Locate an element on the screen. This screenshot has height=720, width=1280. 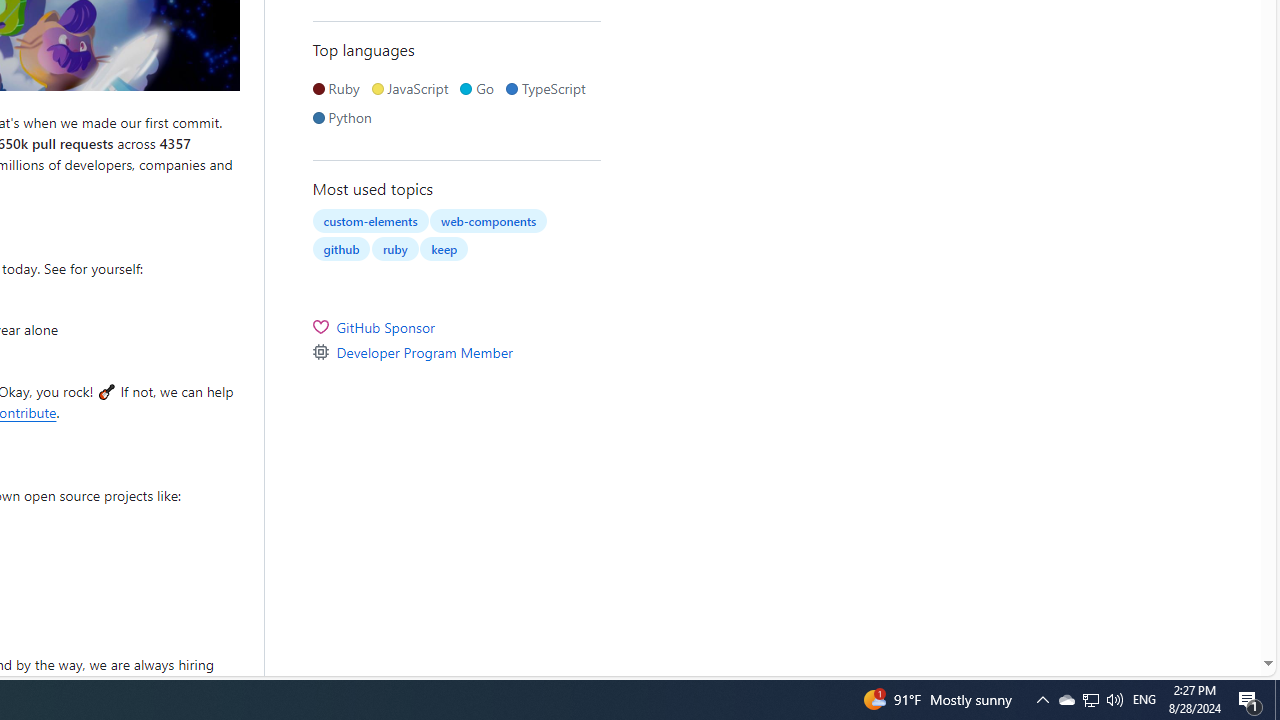
'GitHub Sponsor' is located at coordinates (455, 325).